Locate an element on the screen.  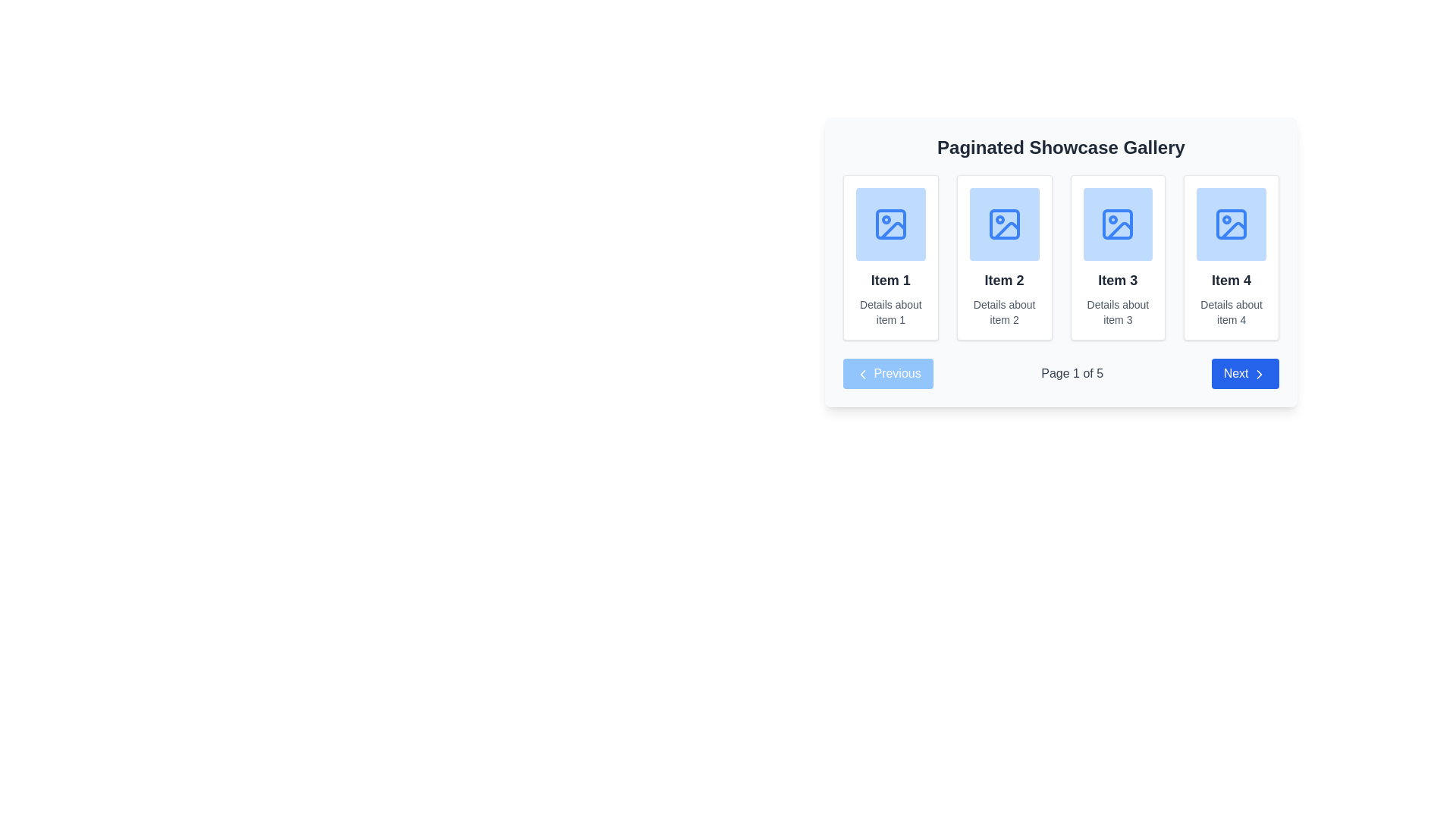
the text element that reads 'Details about item 3', which is in smaller gray font located below the title 'Item 3' is located at coordinates (1118, 312).